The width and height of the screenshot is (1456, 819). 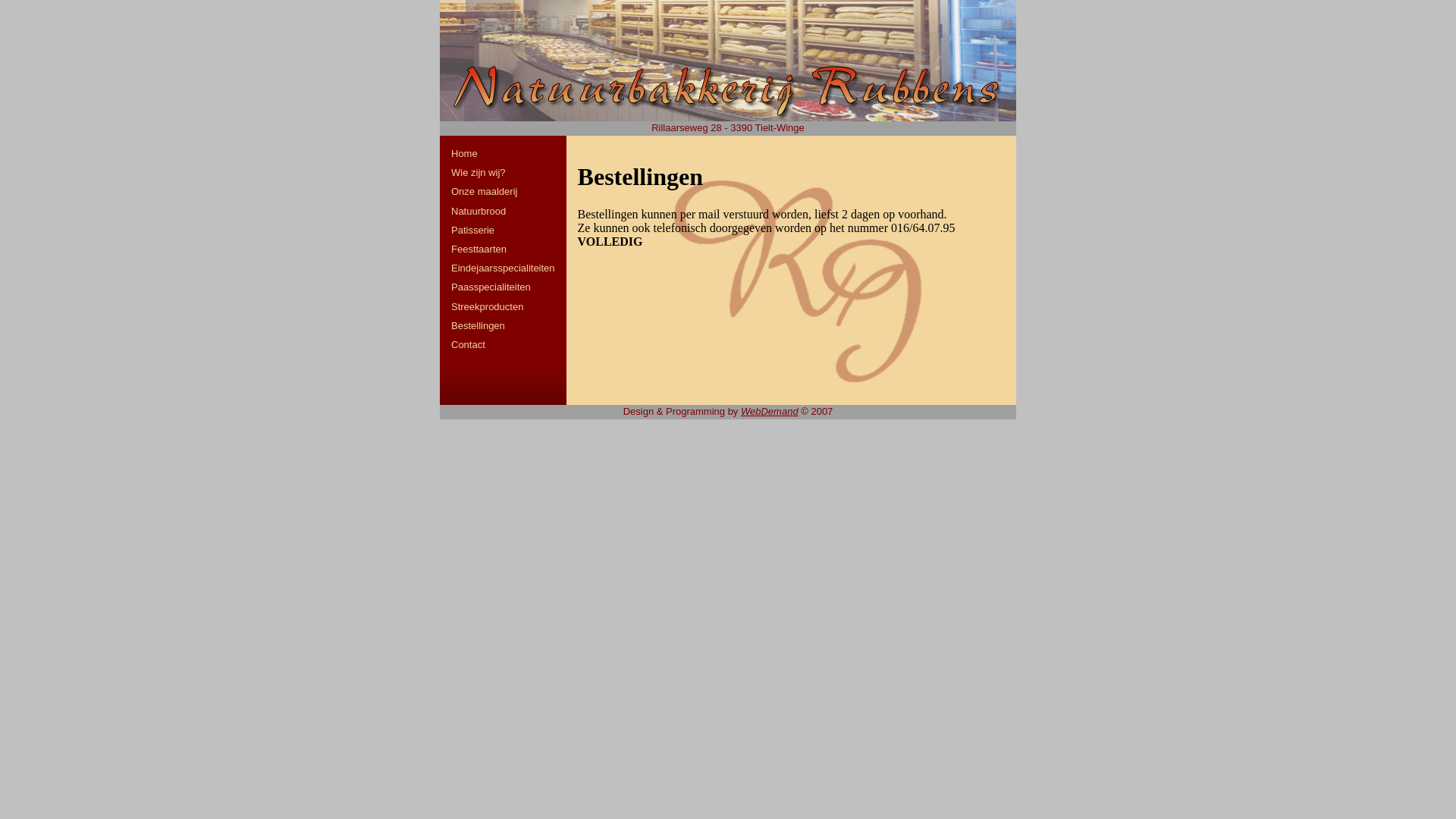 I want to click on 'Contact', so click(x=467, y=344).